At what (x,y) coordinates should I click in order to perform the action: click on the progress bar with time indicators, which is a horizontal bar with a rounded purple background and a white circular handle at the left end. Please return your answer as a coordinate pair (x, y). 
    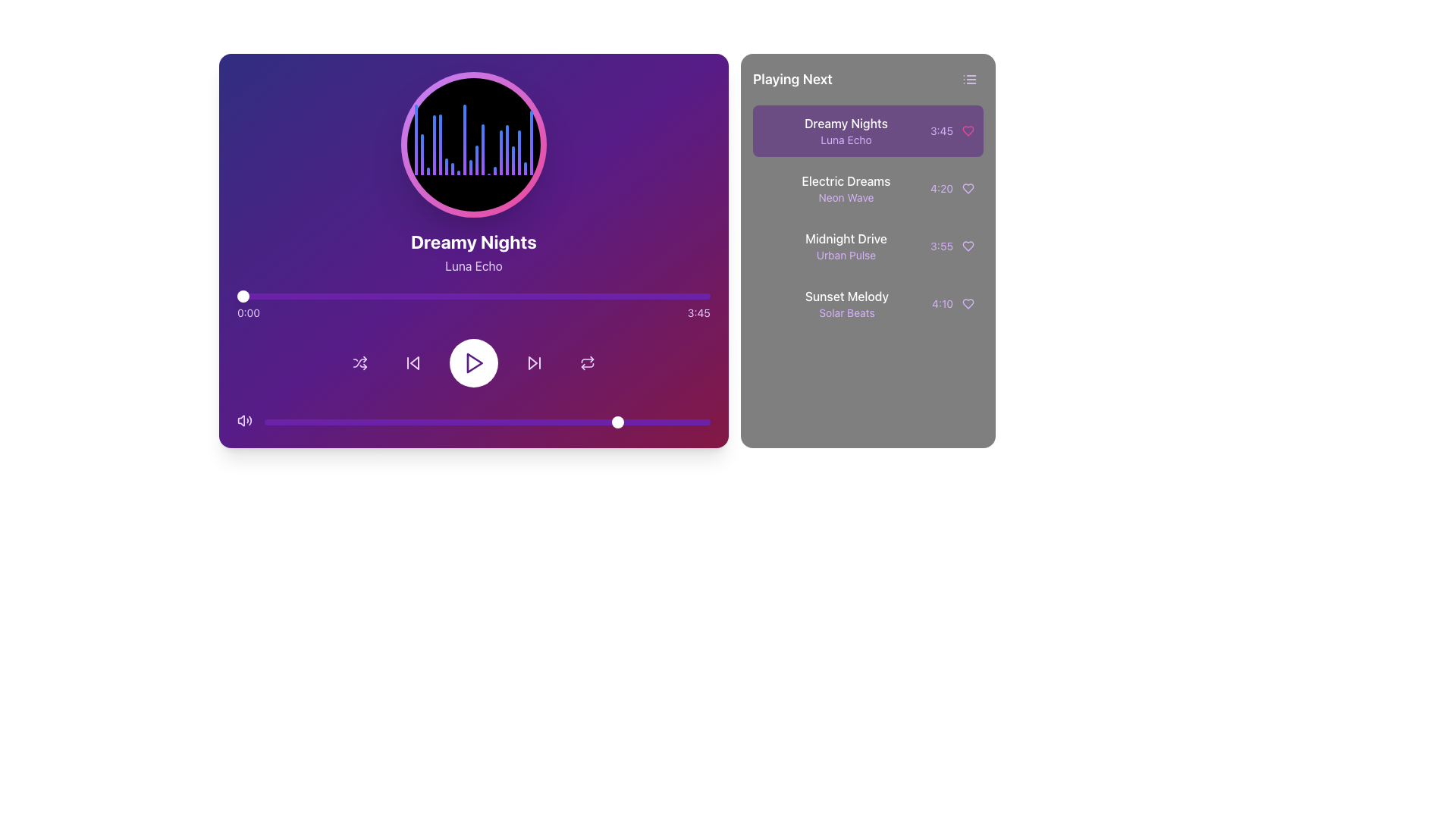
    Looking at the image, I should click on (472, 307).